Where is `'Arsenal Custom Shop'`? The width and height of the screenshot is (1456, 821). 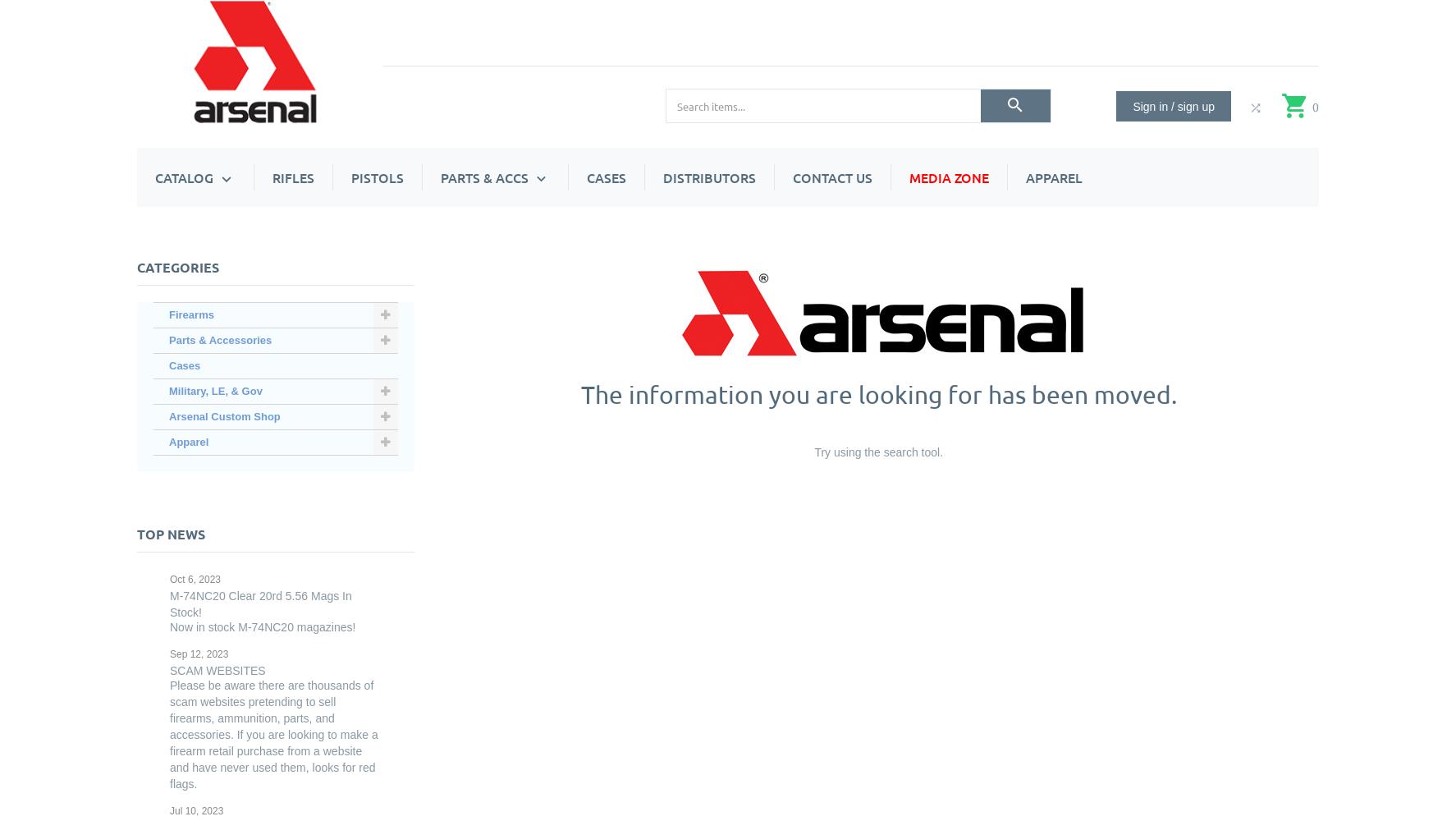
'Arsenal Custom Shop' is located at coordinates (717, 248).